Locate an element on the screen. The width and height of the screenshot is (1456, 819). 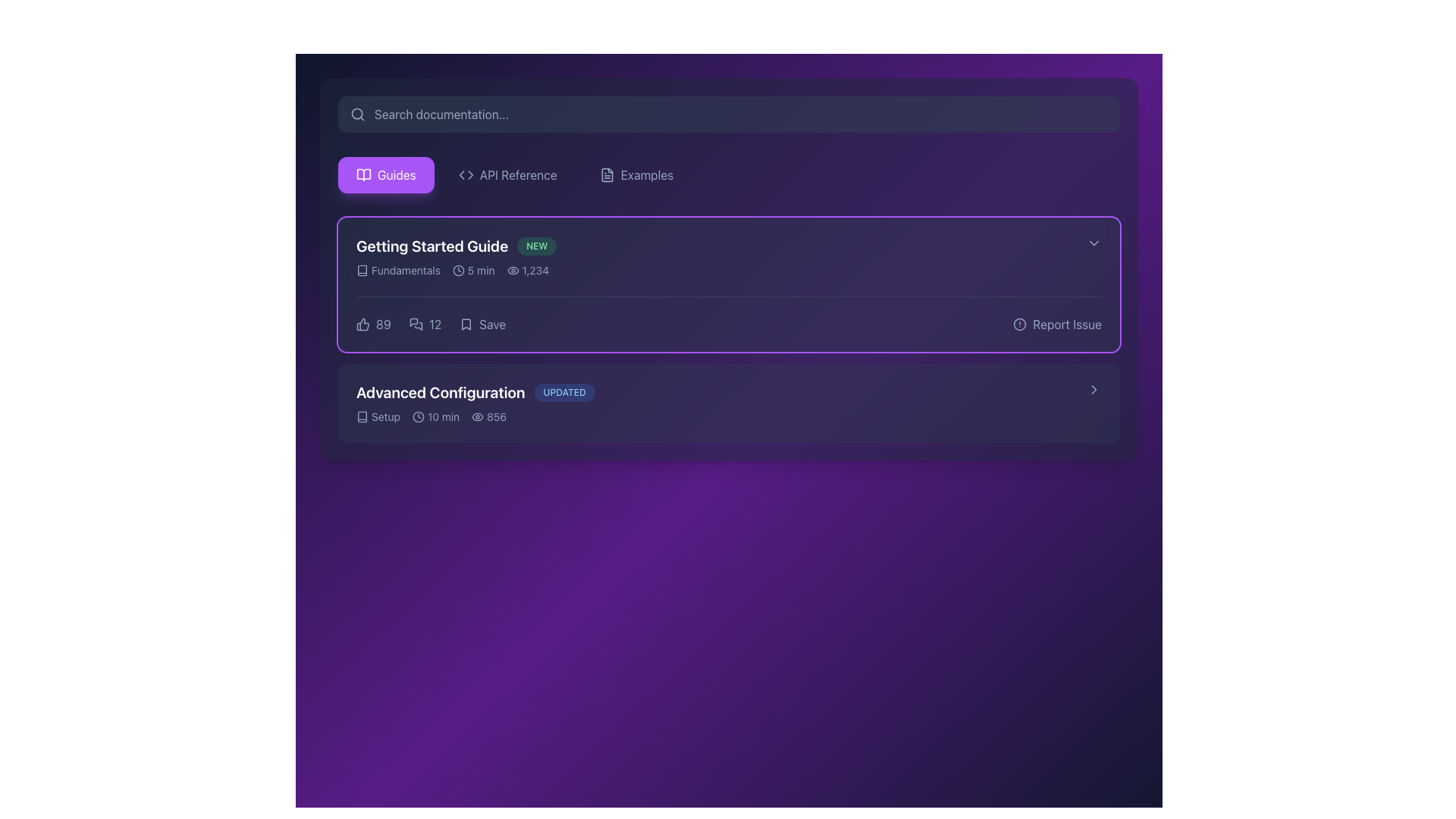
the modern outline eye icon located to the left of the text '1,234' in the 'Getting Started Guide' card for additional interaction is located at coordinates (513, 270).